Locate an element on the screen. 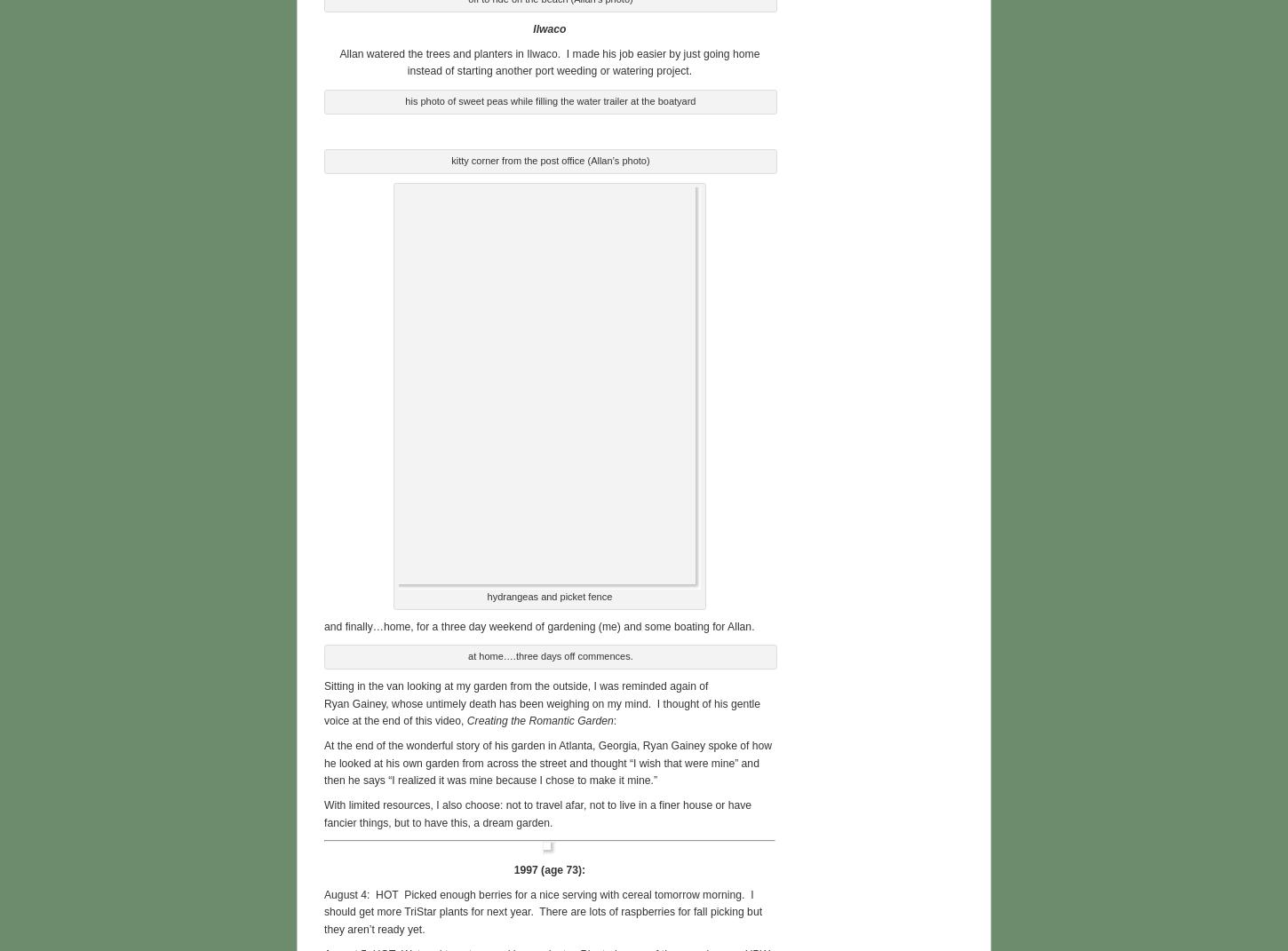  'his photo of sweet peas while filling the water trailer at the boatyard' is located at coordinates (549, 98).